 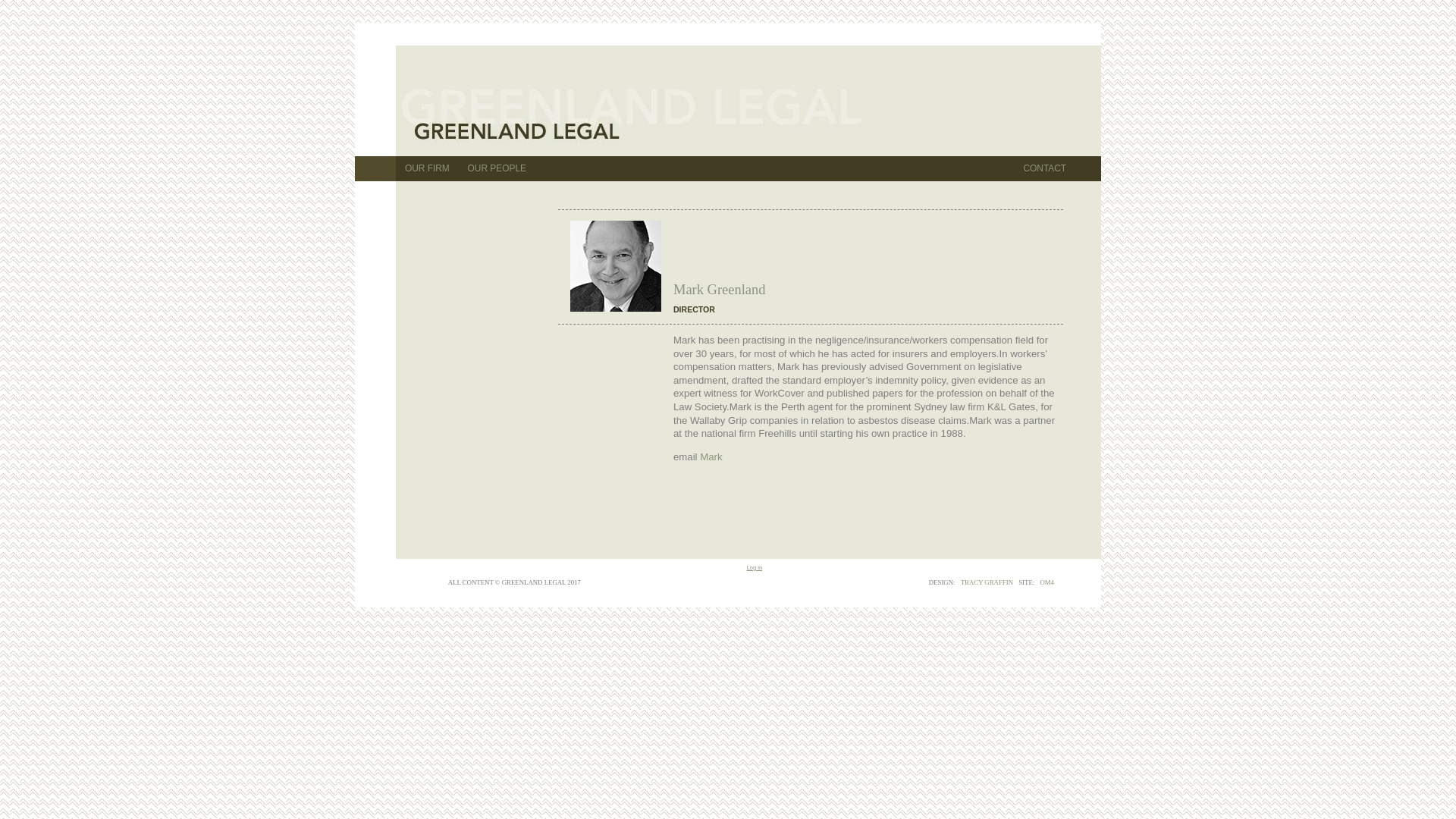 I want to click on 'Mark', so click(x=710, y=456).